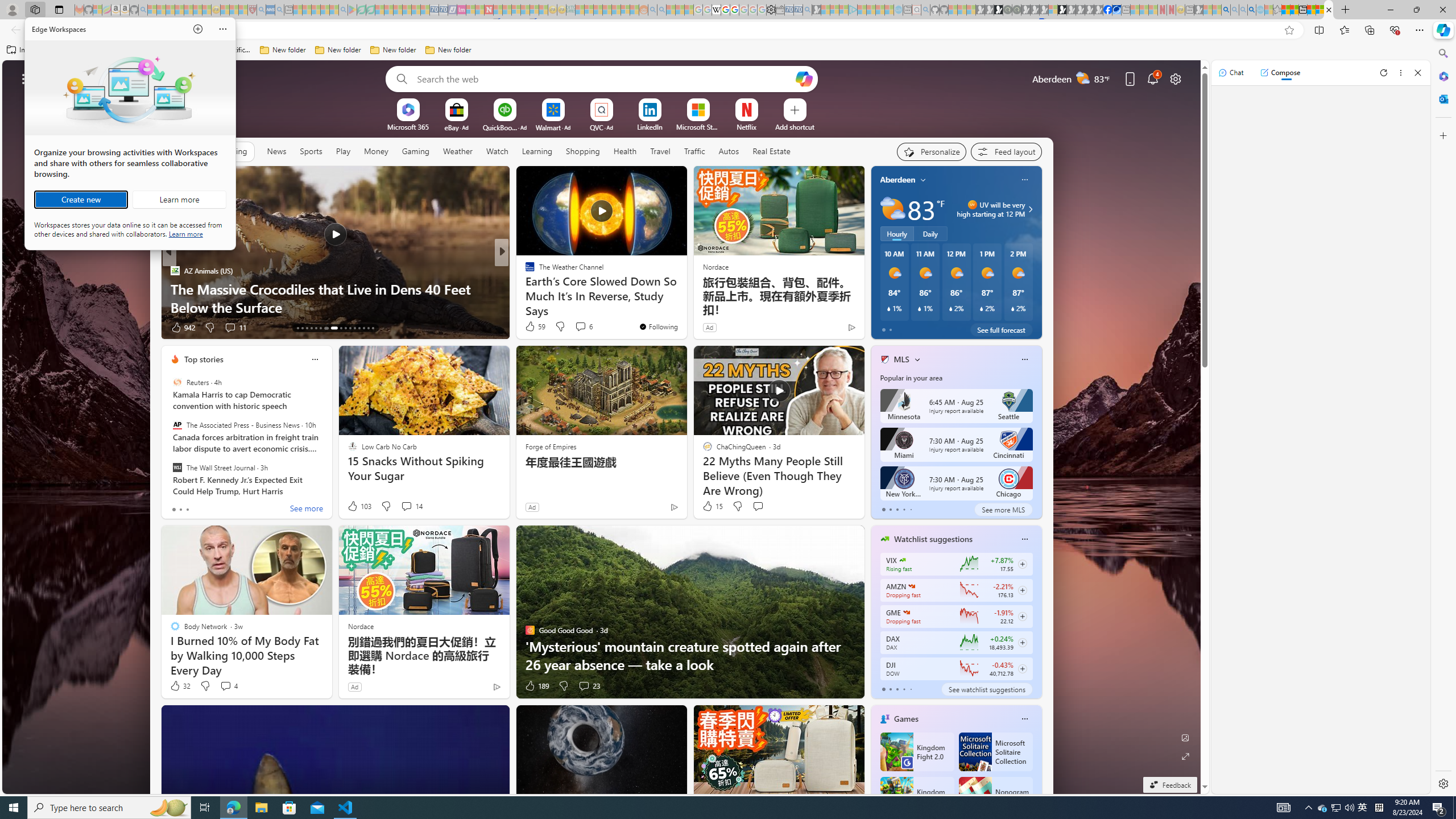  What do you see at coordinates (487, 9) in the screenshot?
I see `'Latest Politics News & Archive | Newsweek.com - Sleeping'` at bounding box center [487, 9].